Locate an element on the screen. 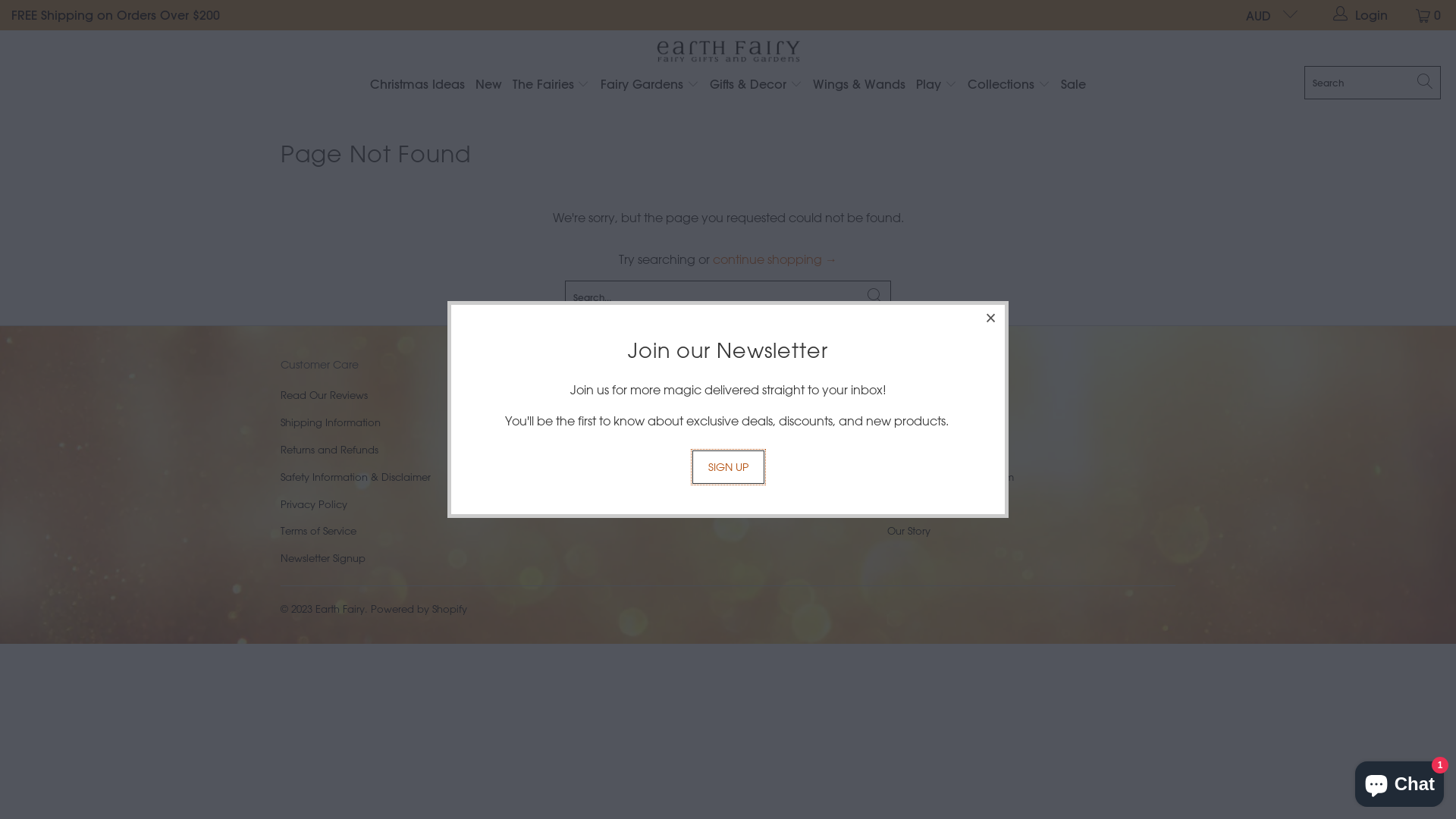 The width and height of the screenshot is (1456, 819). 'SIGN UP' is located at coordinates (726, 466).